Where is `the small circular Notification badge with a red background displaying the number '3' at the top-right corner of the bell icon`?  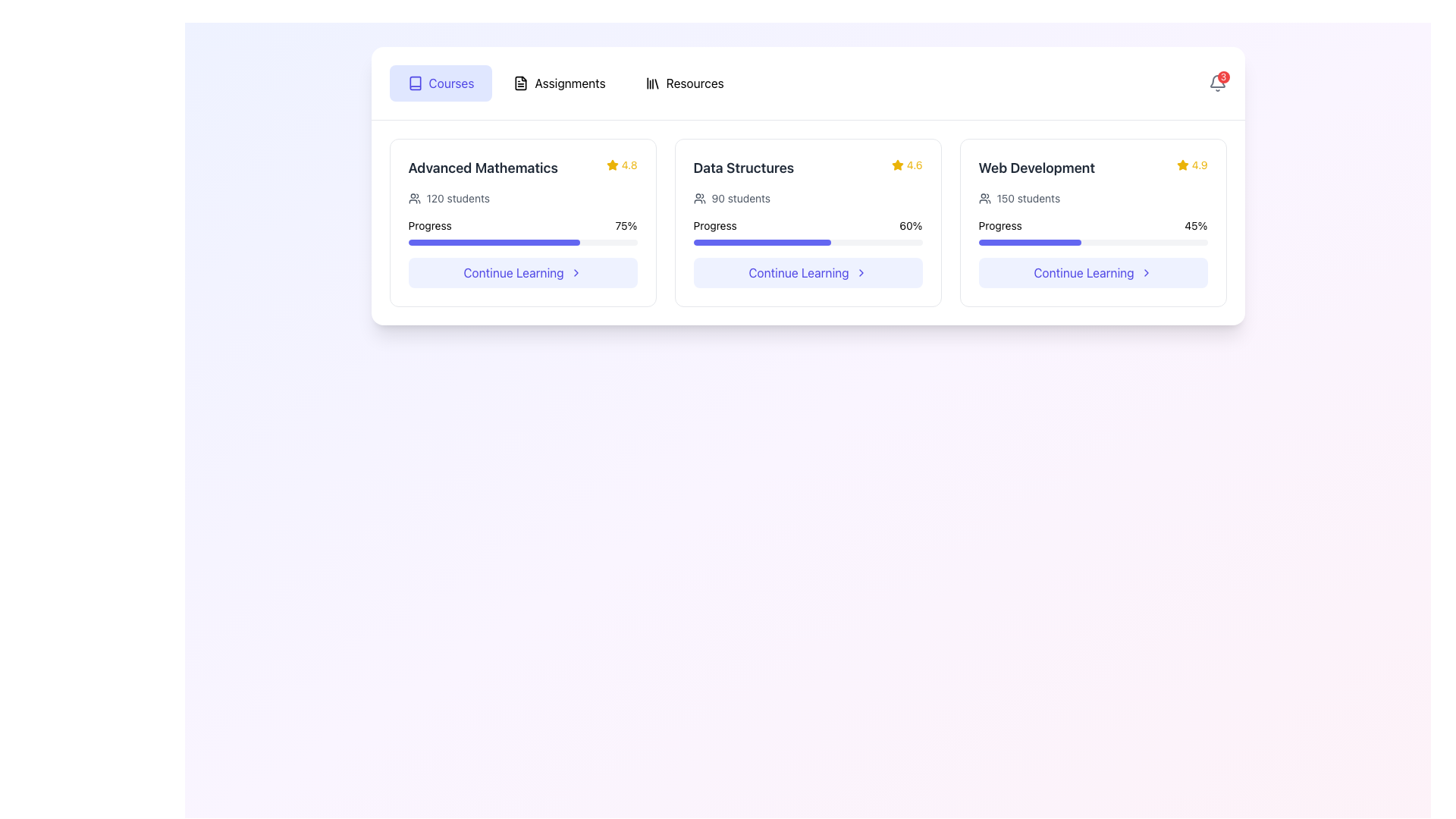 the small circular Notification badge with a red background displaying the number '3' at the top-right corner of the bell icon is located at coordinates (1223, 77).